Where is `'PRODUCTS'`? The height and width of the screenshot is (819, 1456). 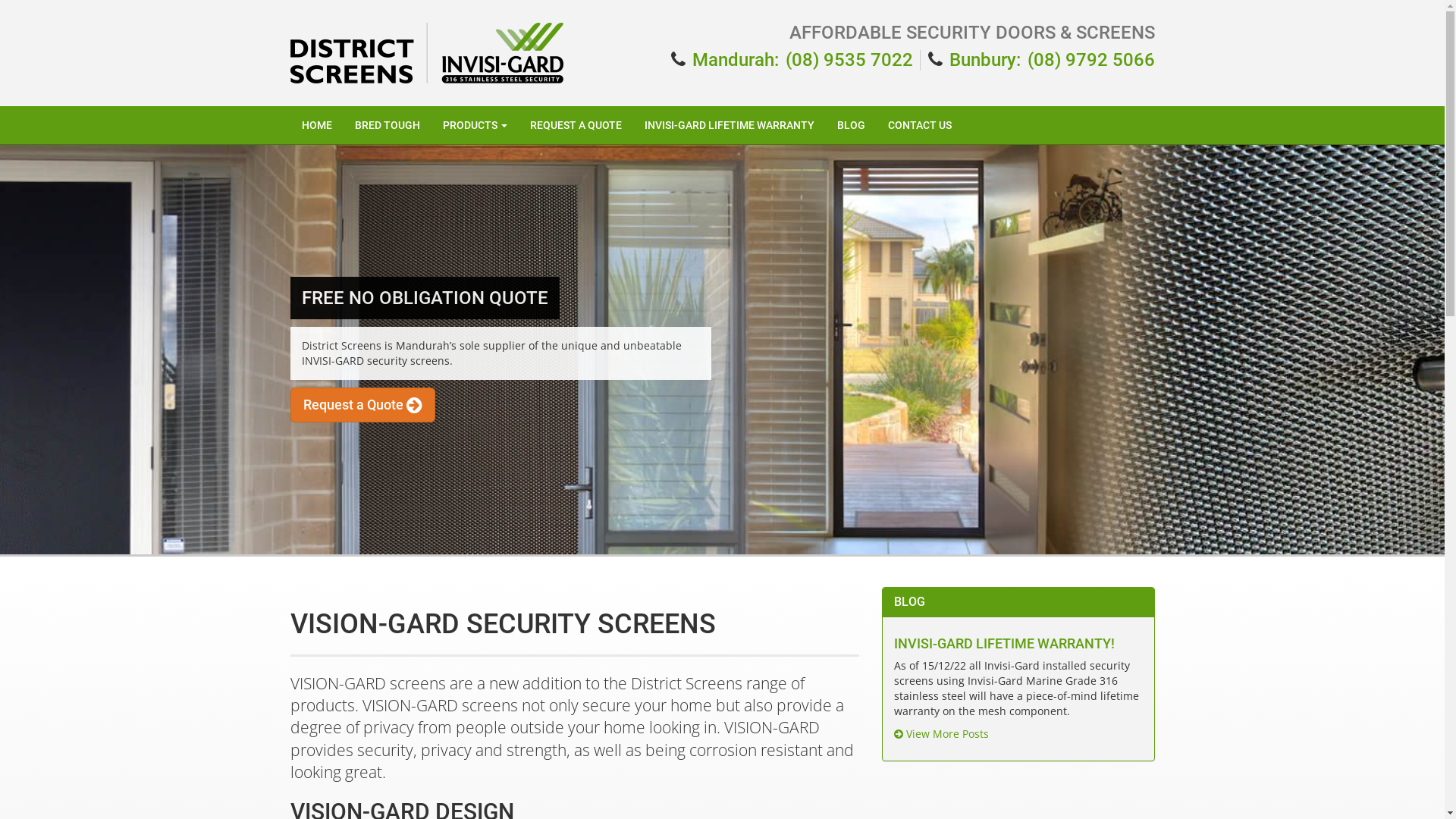 'PRODUCTS' is located at coordinates (473, 124).